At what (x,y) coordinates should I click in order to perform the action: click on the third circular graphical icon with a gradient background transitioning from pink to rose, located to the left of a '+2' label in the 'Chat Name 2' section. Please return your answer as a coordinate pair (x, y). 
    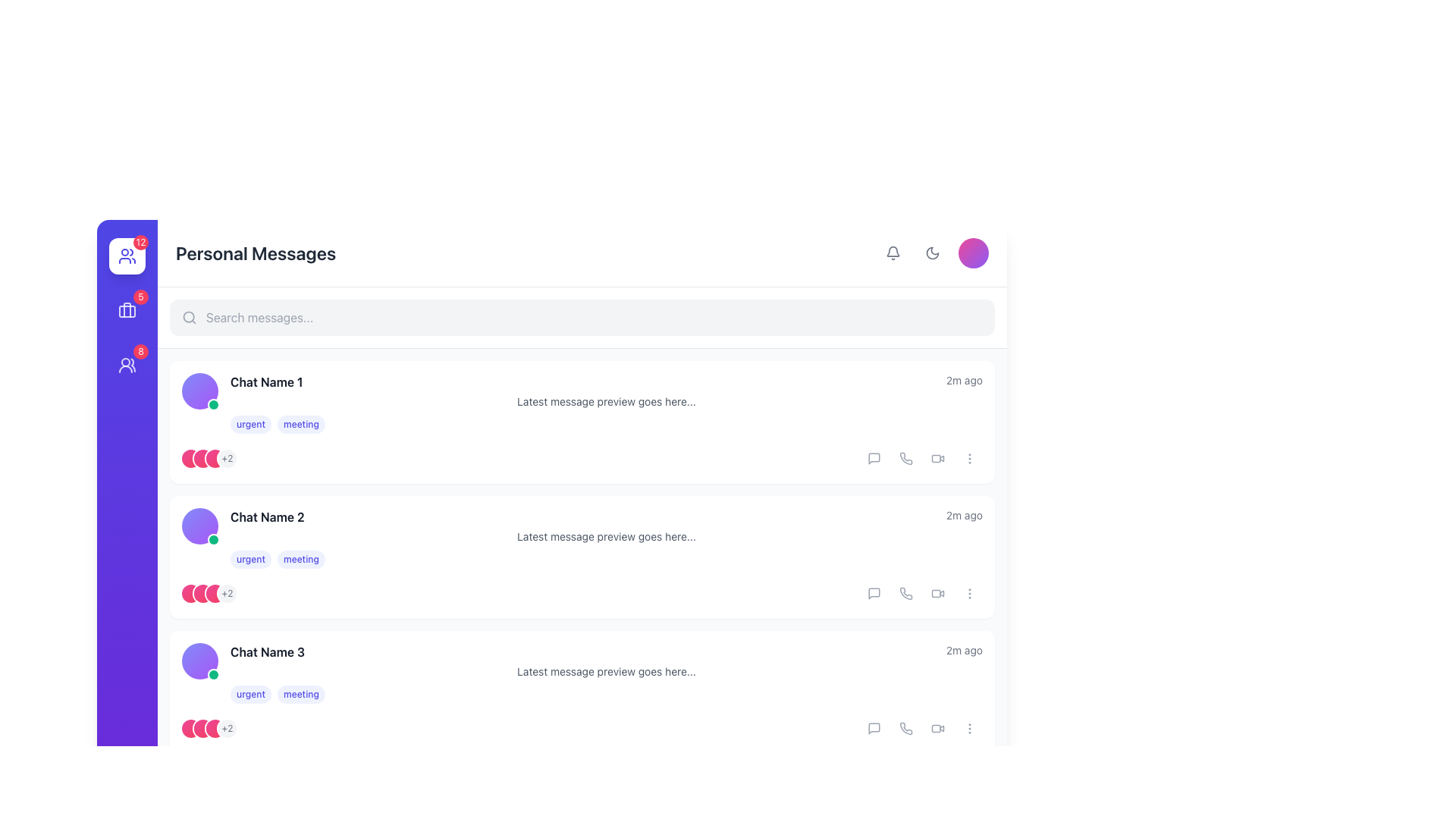
    Looking at the image, I should click on (214, 593).